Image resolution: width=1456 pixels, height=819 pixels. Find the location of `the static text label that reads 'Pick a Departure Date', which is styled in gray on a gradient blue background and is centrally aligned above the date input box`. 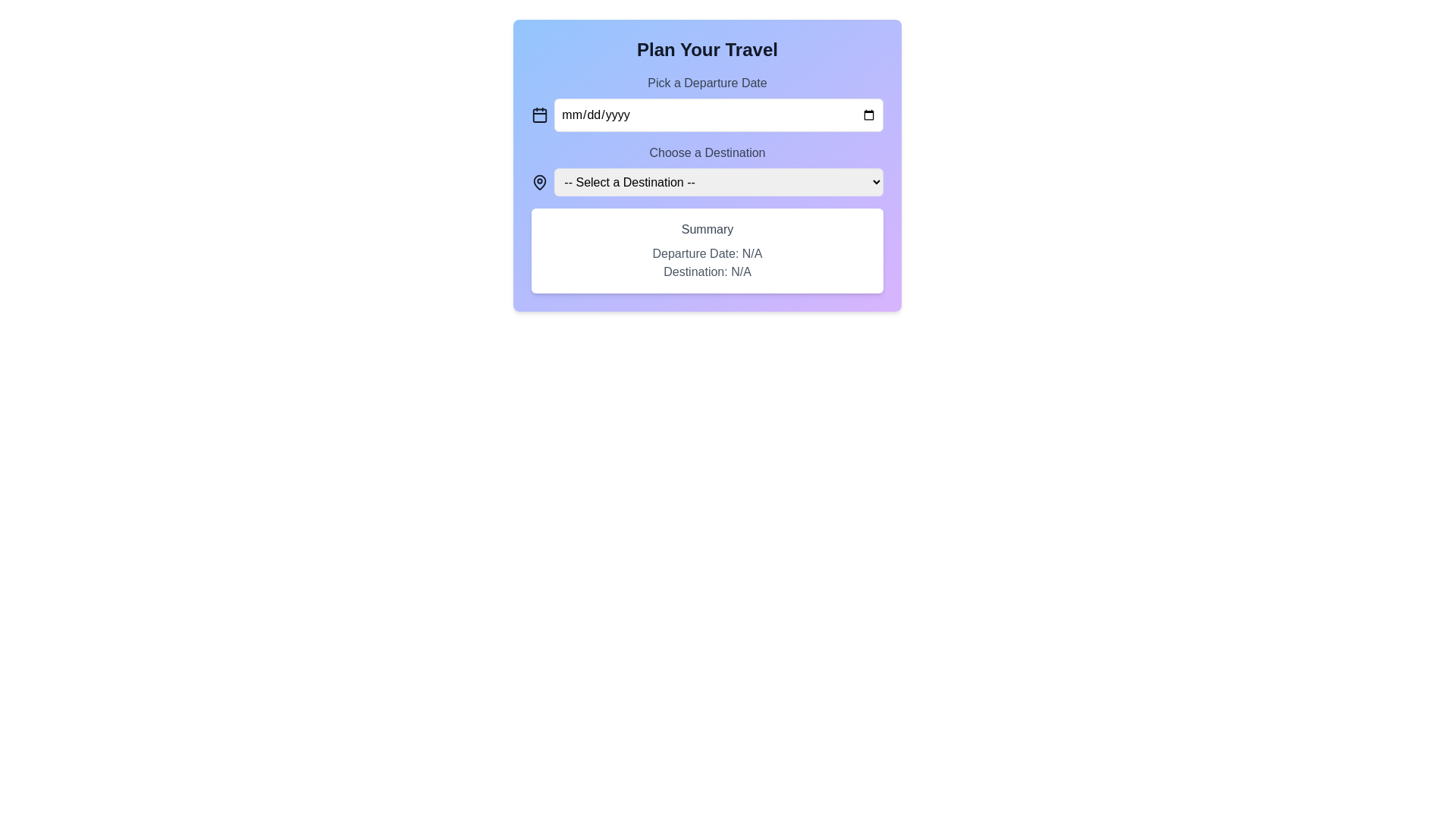

the static text label that reads 'Pick a Departure Date', which is styled in gray on a gradient blue background and is centrally aligned above the date input box is located at coordinates (706, 83).